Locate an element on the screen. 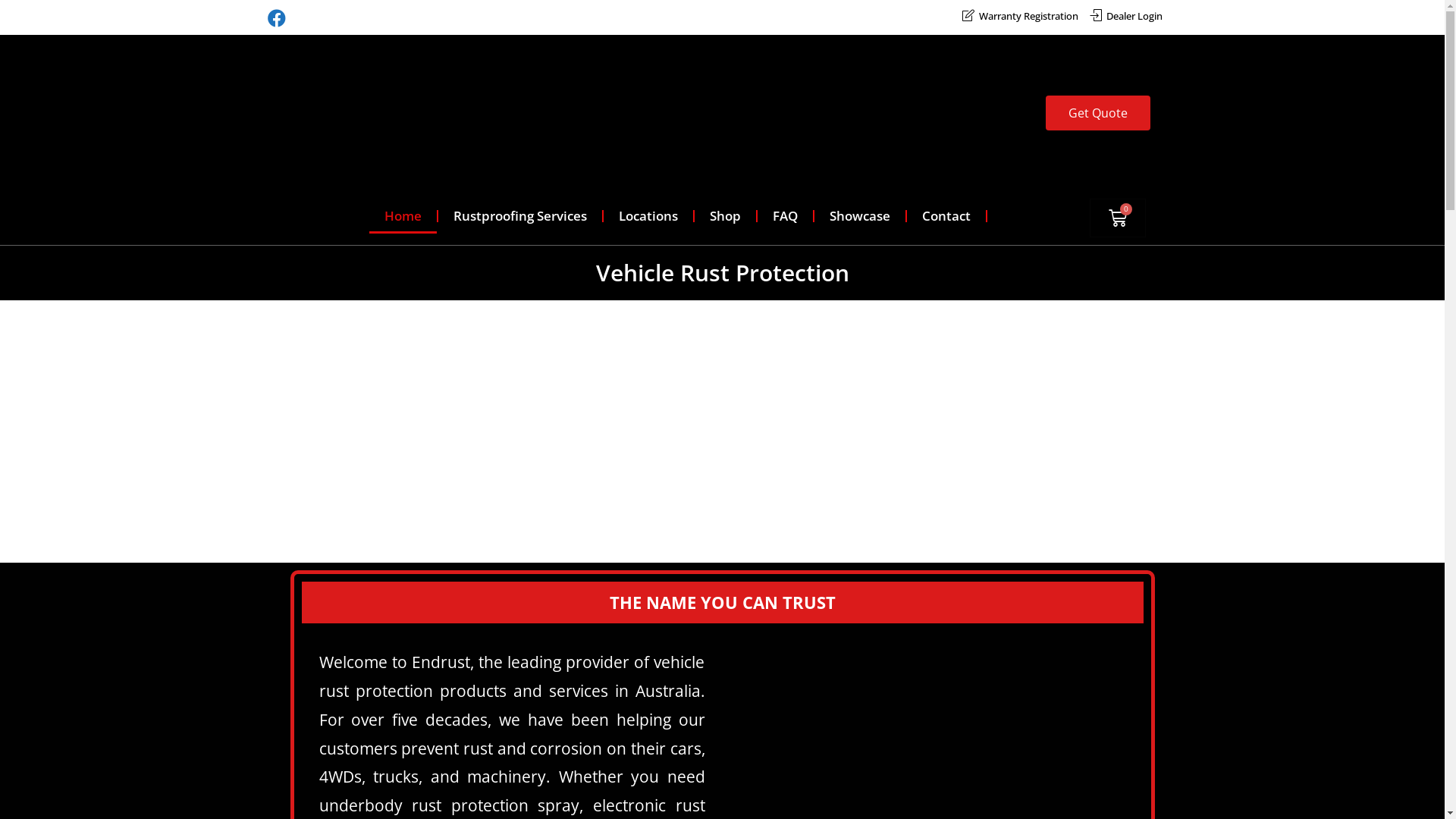 The height and width of the screenshot is (819, 1456). 'Dealer Login' is located at coordinates (1125, 16).